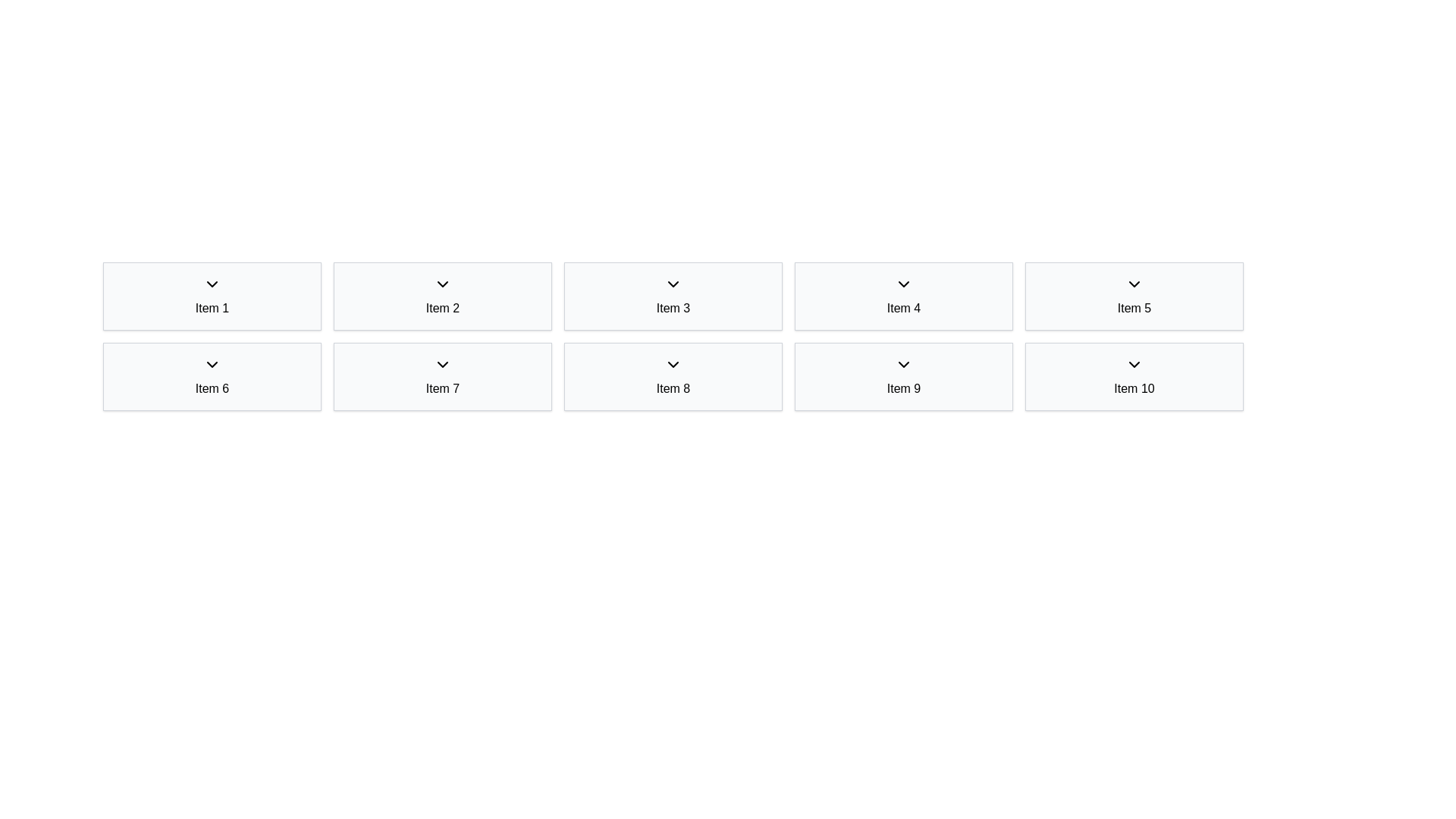 The image size is (1456, 819). What do you see at coordinates (673, 284) in the screenshot?
I see `the small downward-pointing chevron icon located in the upper portion of the 'Item 3' section` at bounding box center [673, 284].